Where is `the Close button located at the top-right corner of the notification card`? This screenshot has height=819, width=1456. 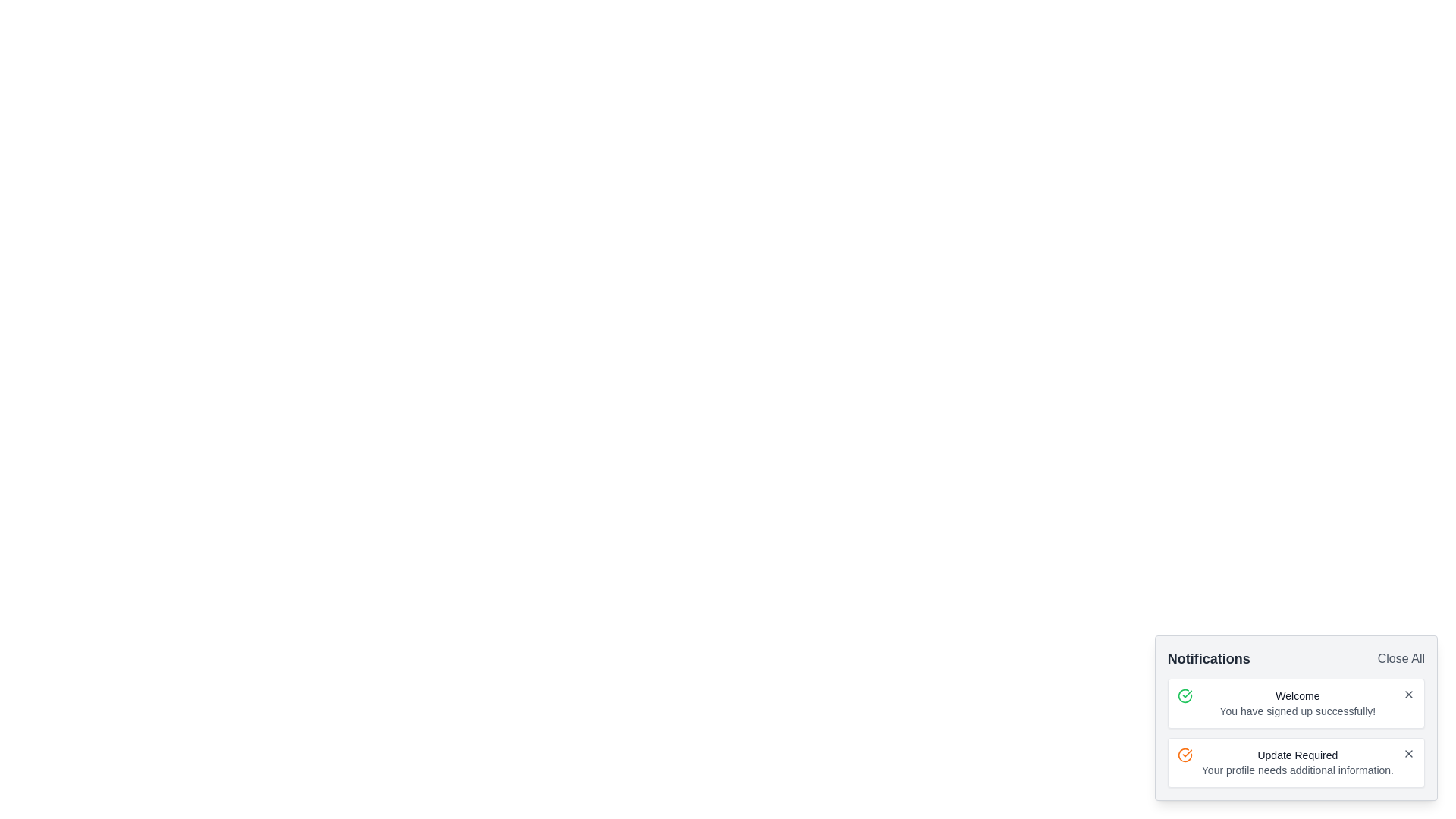
the Close button located at the top-right corner of the notification card is located at coordinates (1407, 694).